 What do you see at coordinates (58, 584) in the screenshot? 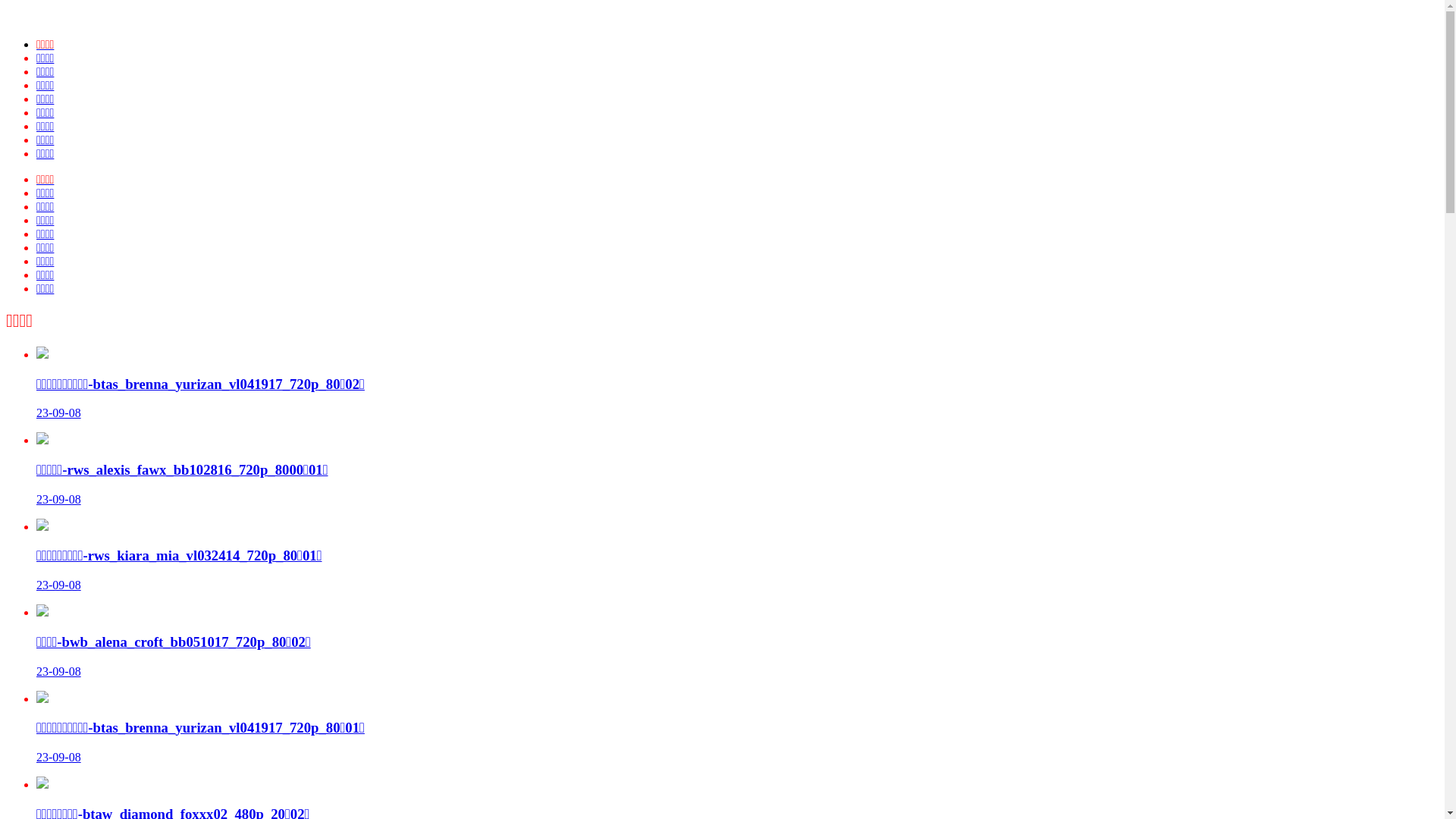
I see `'23-09-08'` at bounding box center [58, 584].